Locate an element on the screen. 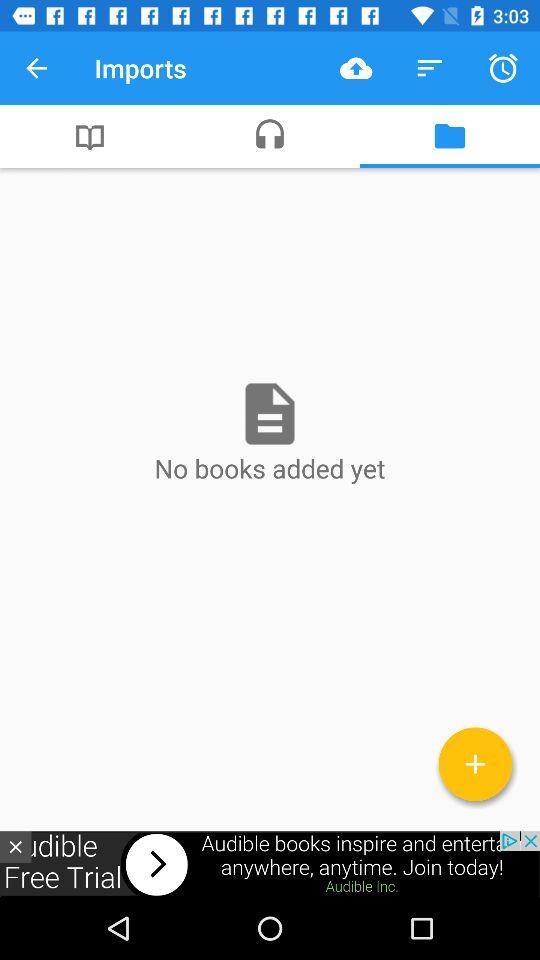 This screenshot has height=960, width=540. the close icon is located at coordinates (14, 846).